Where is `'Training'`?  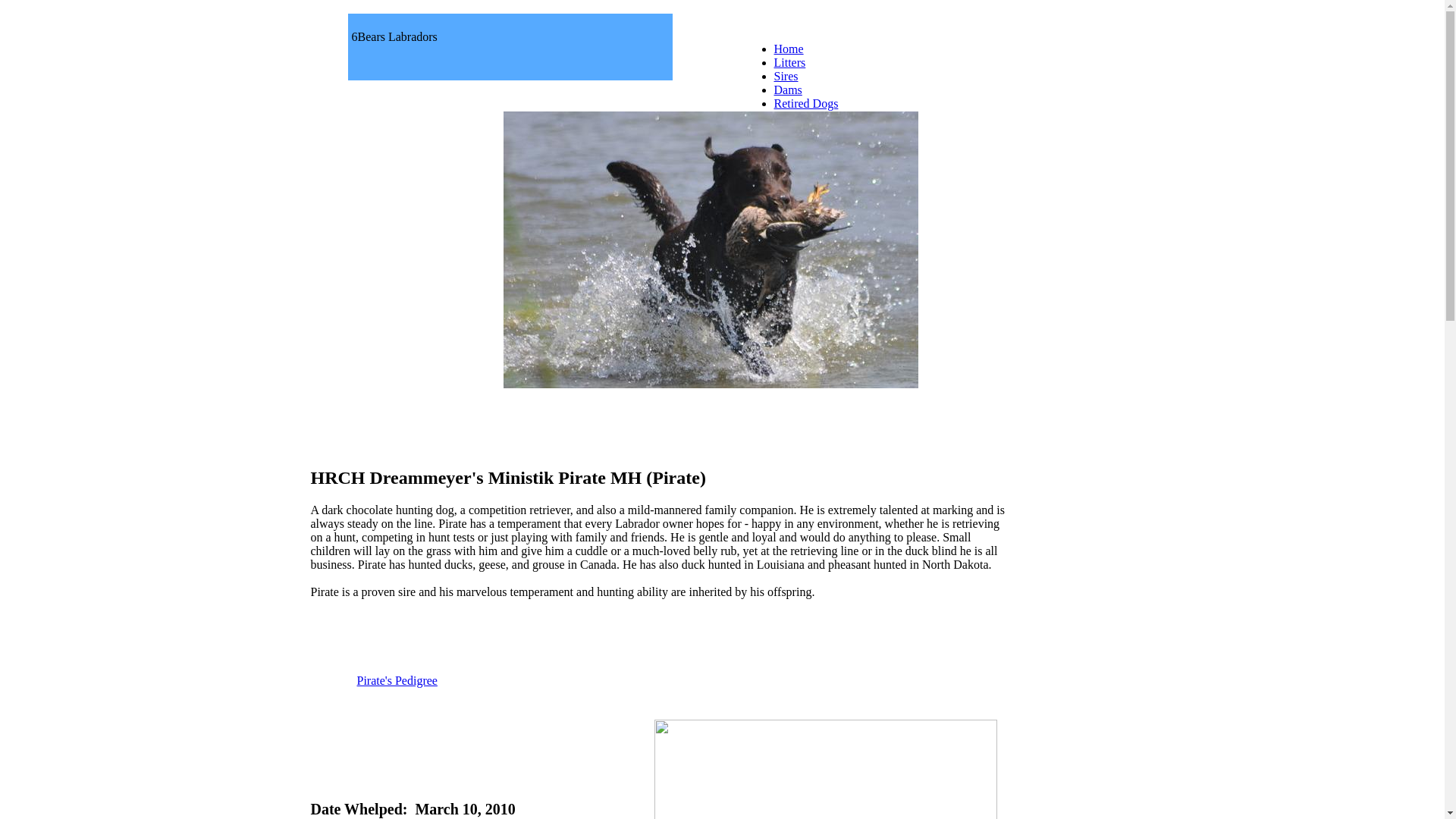
'Training' is located at coordinates (793, 144).